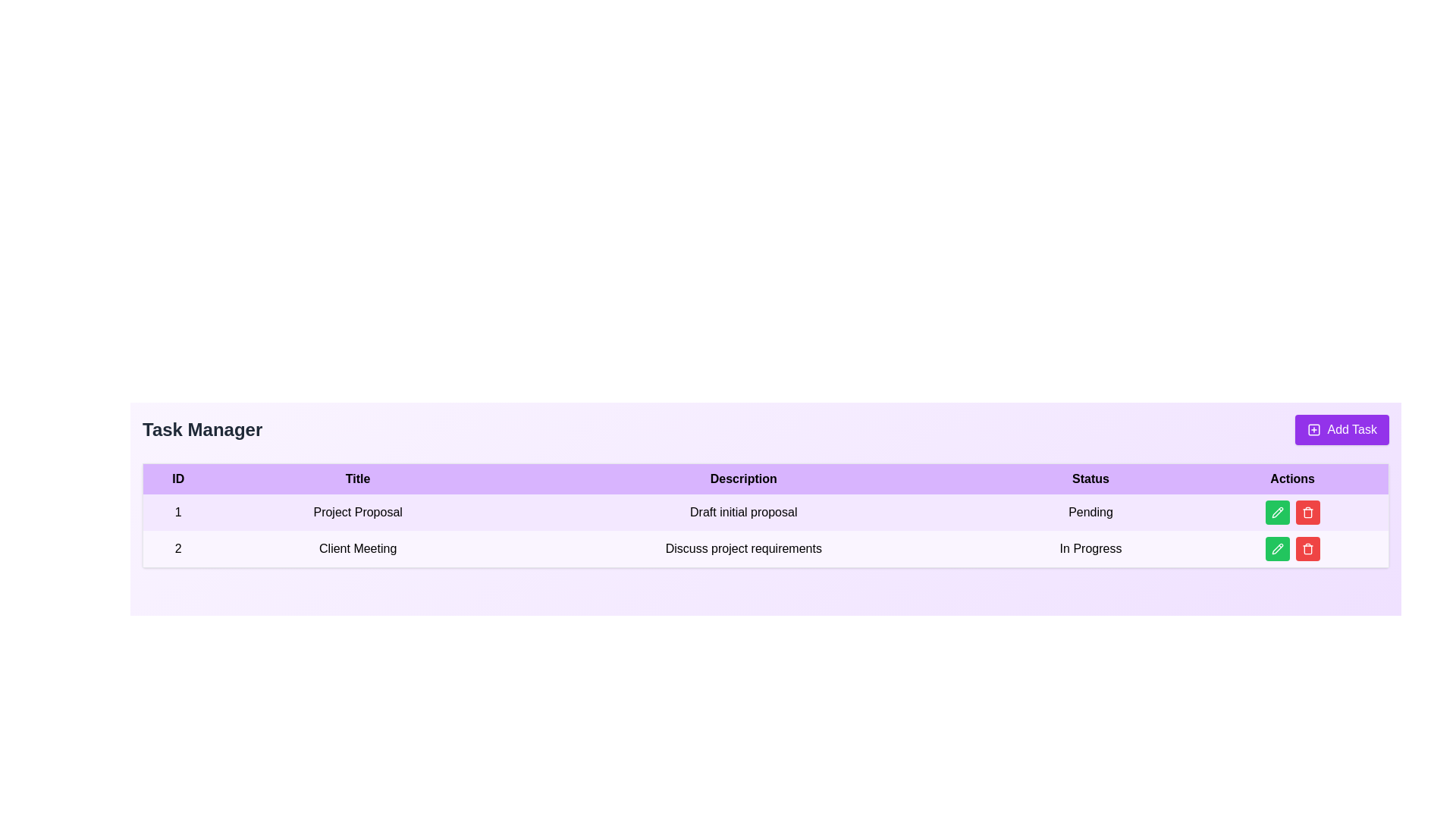 This screenshot has width=1456, height=819. What do you see at coordinates (178, 479) in the screenshot?
I see `the static text label 'ID' in the header row of the table, which is styled with black bold text on a lavender background` at bounding box center [178, 479].